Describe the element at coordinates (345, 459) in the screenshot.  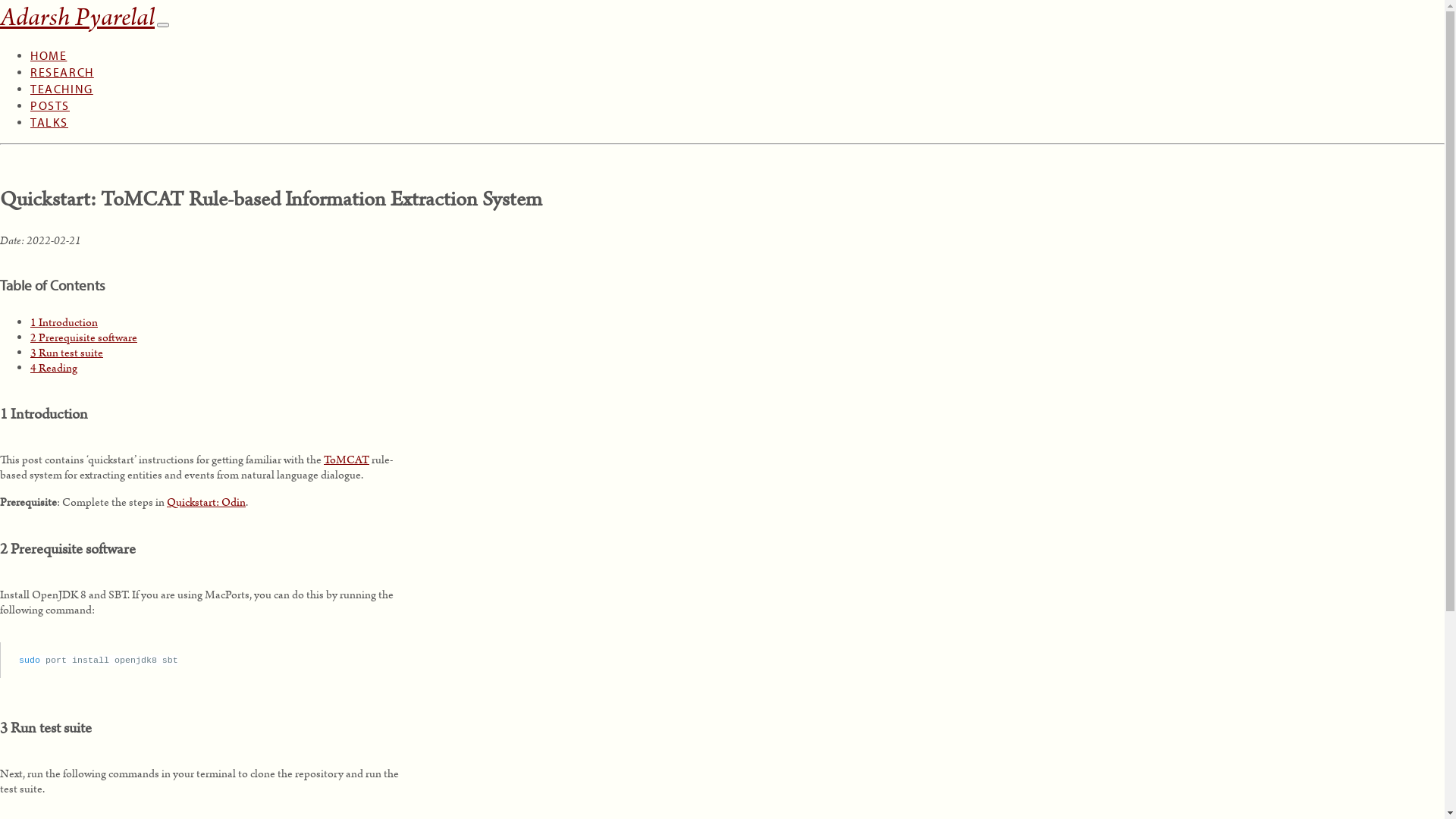
I see `'ToMCAT'` at that location.